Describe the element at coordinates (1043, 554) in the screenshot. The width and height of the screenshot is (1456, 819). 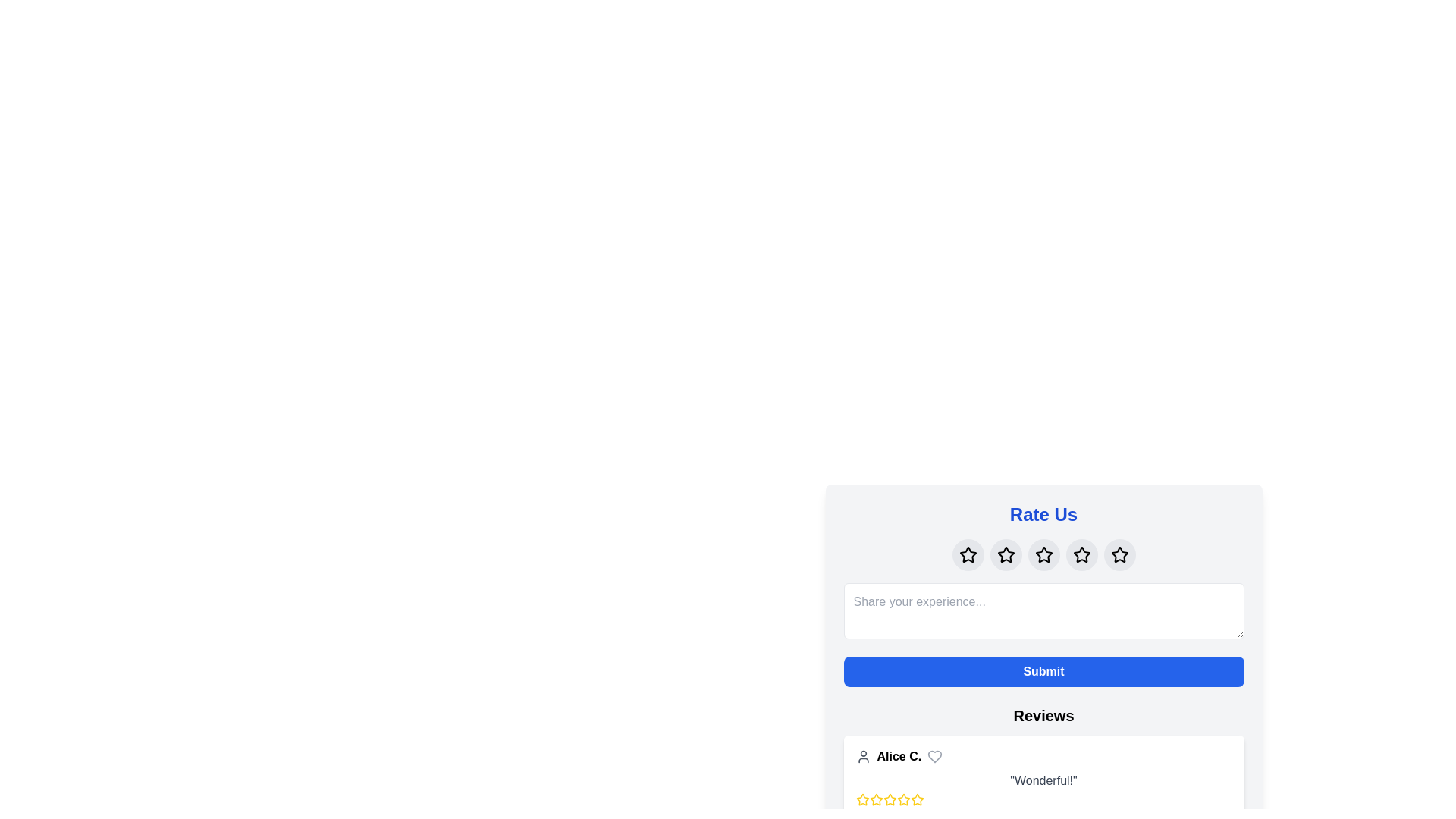
I see `the third rating star icon under the 'Rate Us' heading` at that location.